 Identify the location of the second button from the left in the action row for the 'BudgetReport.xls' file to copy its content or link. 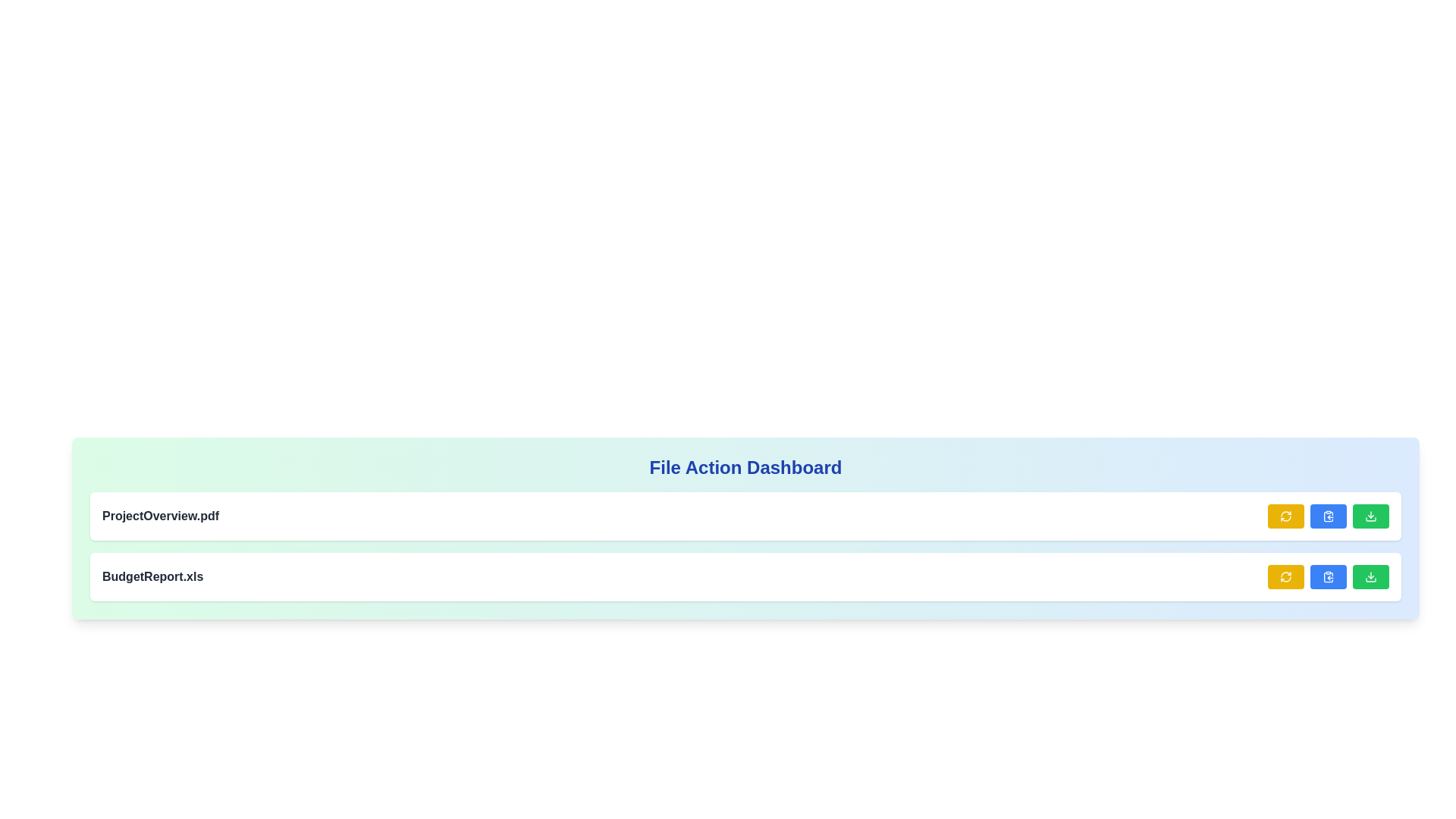
(1328, 576).